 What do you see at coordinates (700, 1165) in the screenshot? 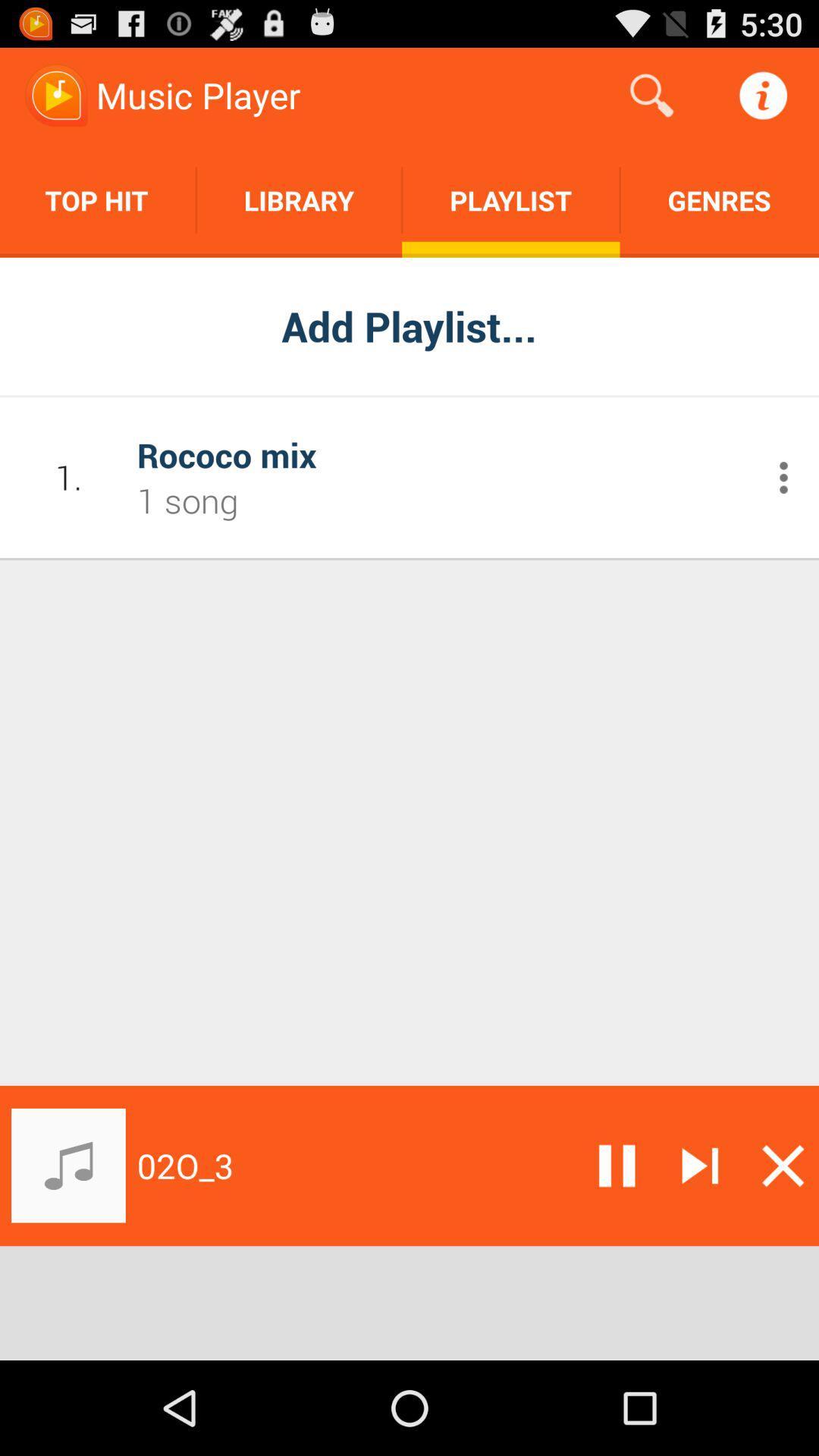
I see `next music` at bounding box center [700, 1165].